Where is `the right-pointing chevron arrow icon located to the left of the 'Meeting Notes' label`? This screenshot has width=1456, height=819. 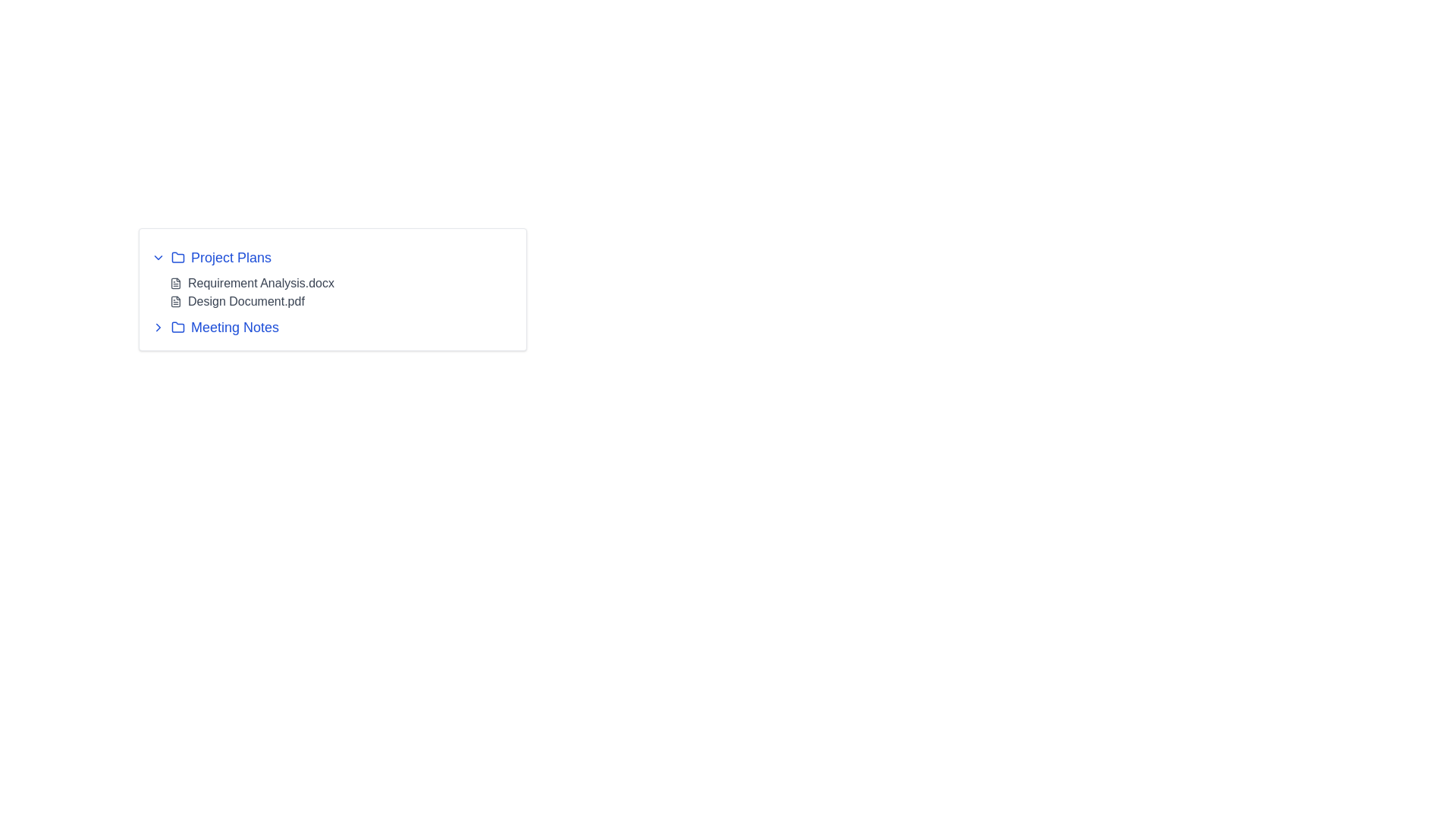 the right-pointing chevron arrow icon located to the left of the 'Meeting Notes' label is located at coordinates (158, 327).